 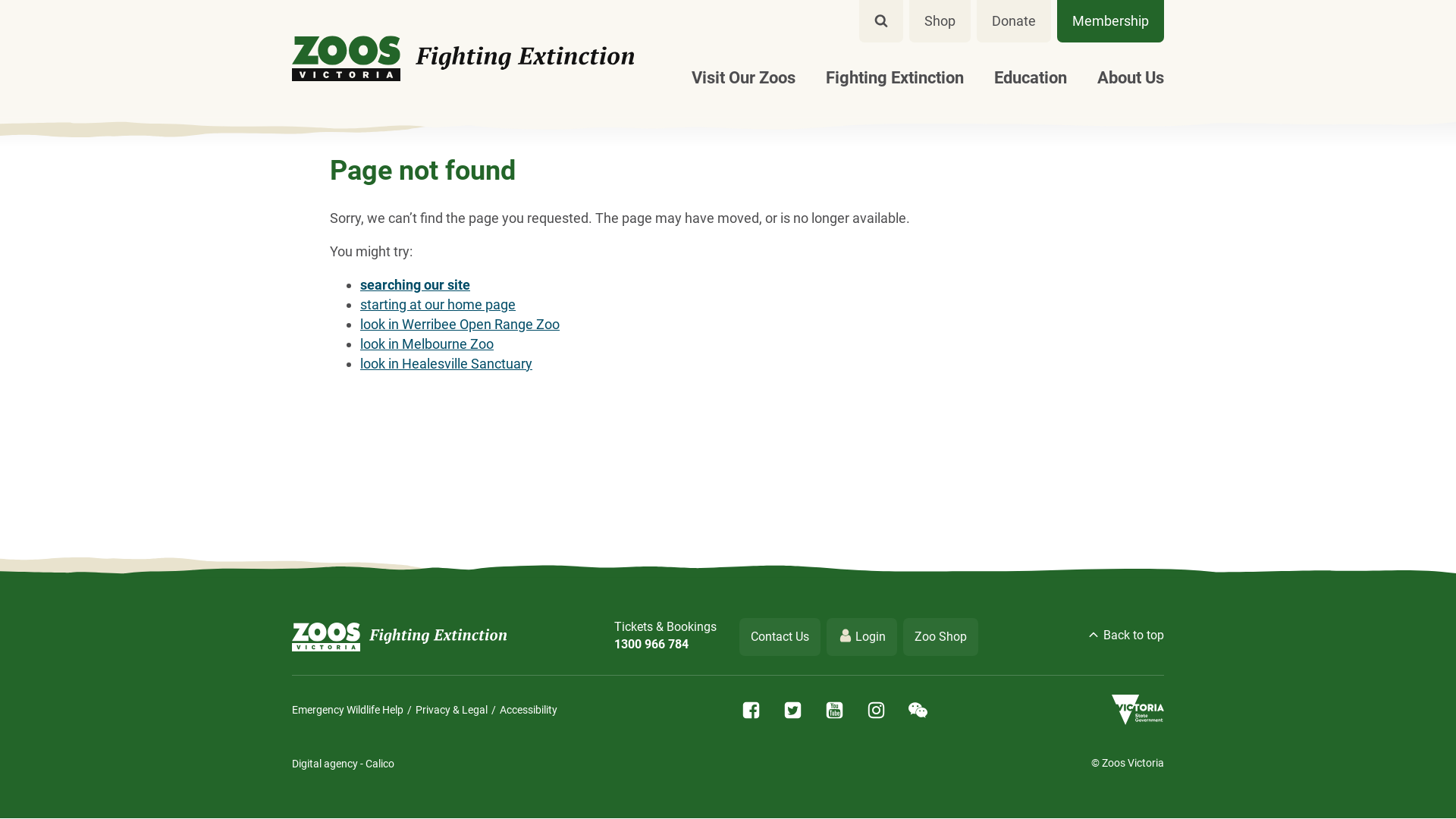 I want to click on 'Login', so click(x=825, y=637).